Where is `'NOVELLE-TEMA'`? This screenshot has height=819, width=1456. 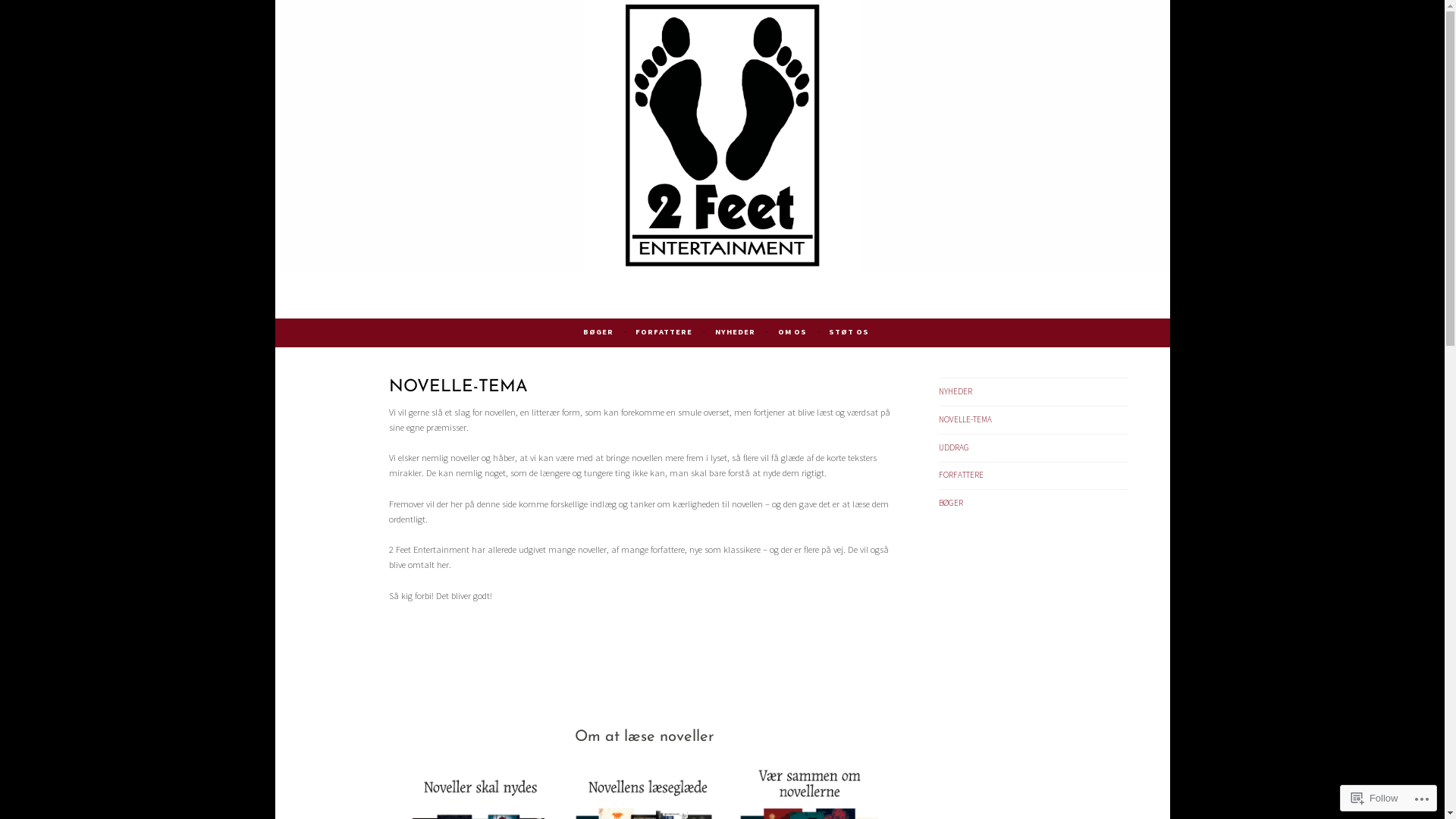
'NOVELLE-TEMA' is located at coordinates (938, 419).